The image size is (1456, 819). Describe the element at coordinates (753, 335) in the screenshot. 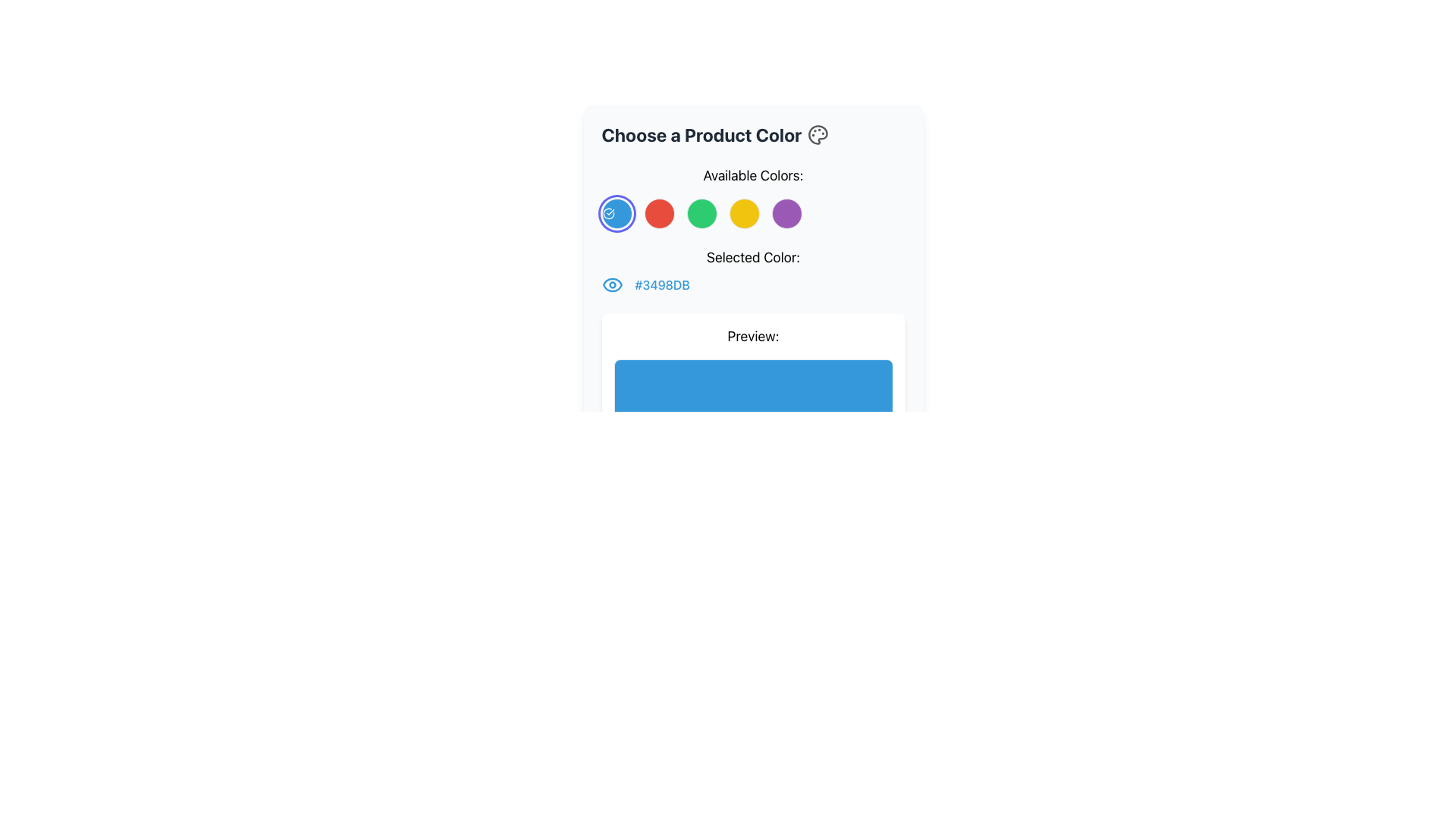

I see `the static text label that indicates the section showing a preview of the selected product color or design, which is positioned above the blue 'Live Preview' section` at that location.